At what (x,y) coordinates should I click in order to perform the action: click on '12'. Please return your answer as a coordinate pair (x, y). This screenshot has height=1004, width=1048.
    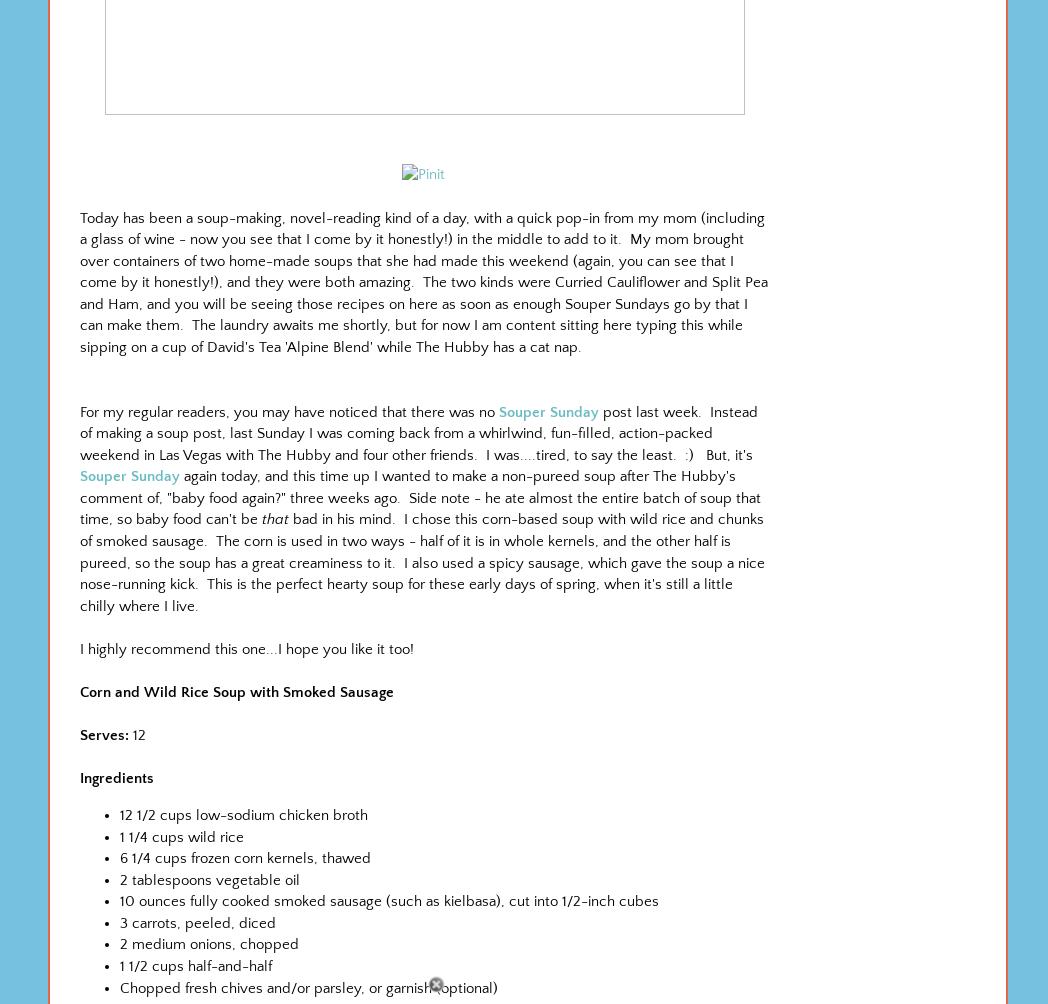
    Looking at the image, I should click on (139, 734).